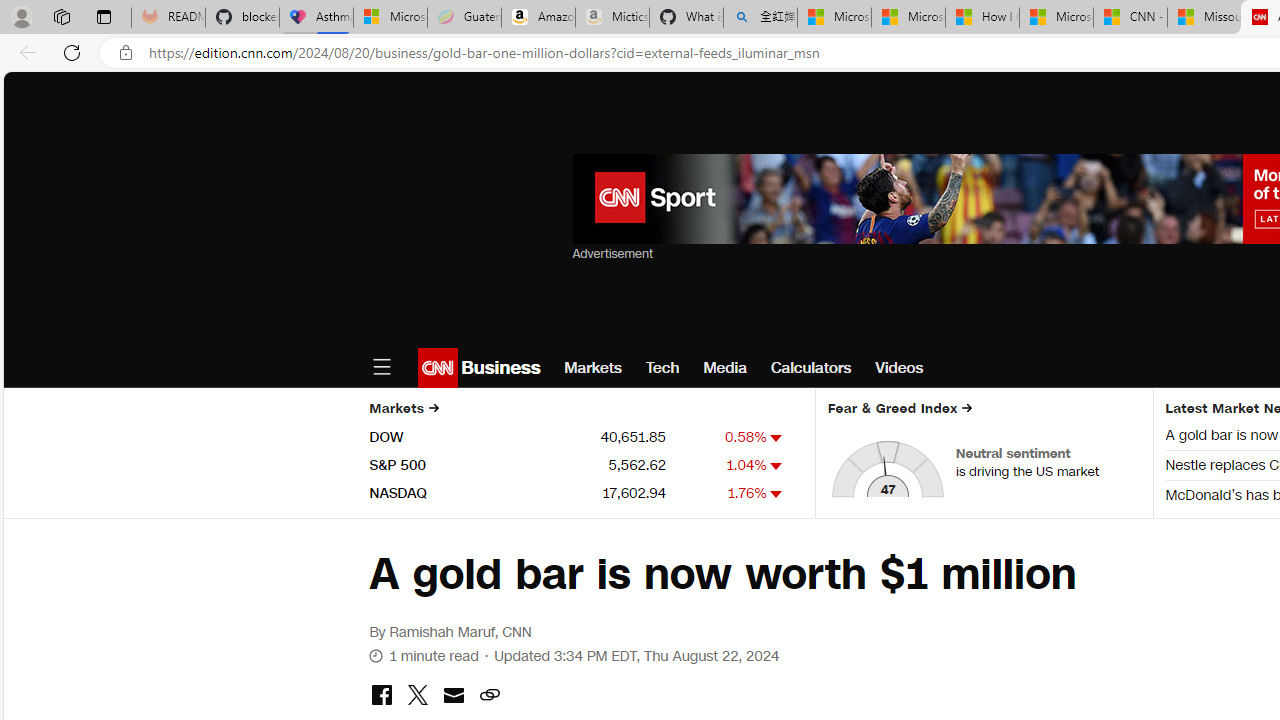  I want to click on 'share with email', so click(452, 697).